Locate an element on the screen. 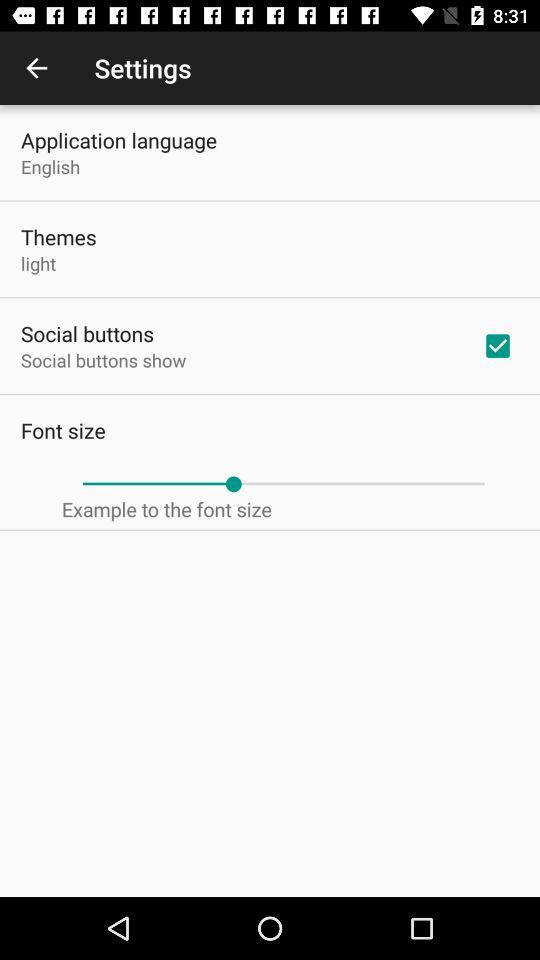 The image size is (540, 960). the item next to the settings icon is located at coordinates (36, 68).